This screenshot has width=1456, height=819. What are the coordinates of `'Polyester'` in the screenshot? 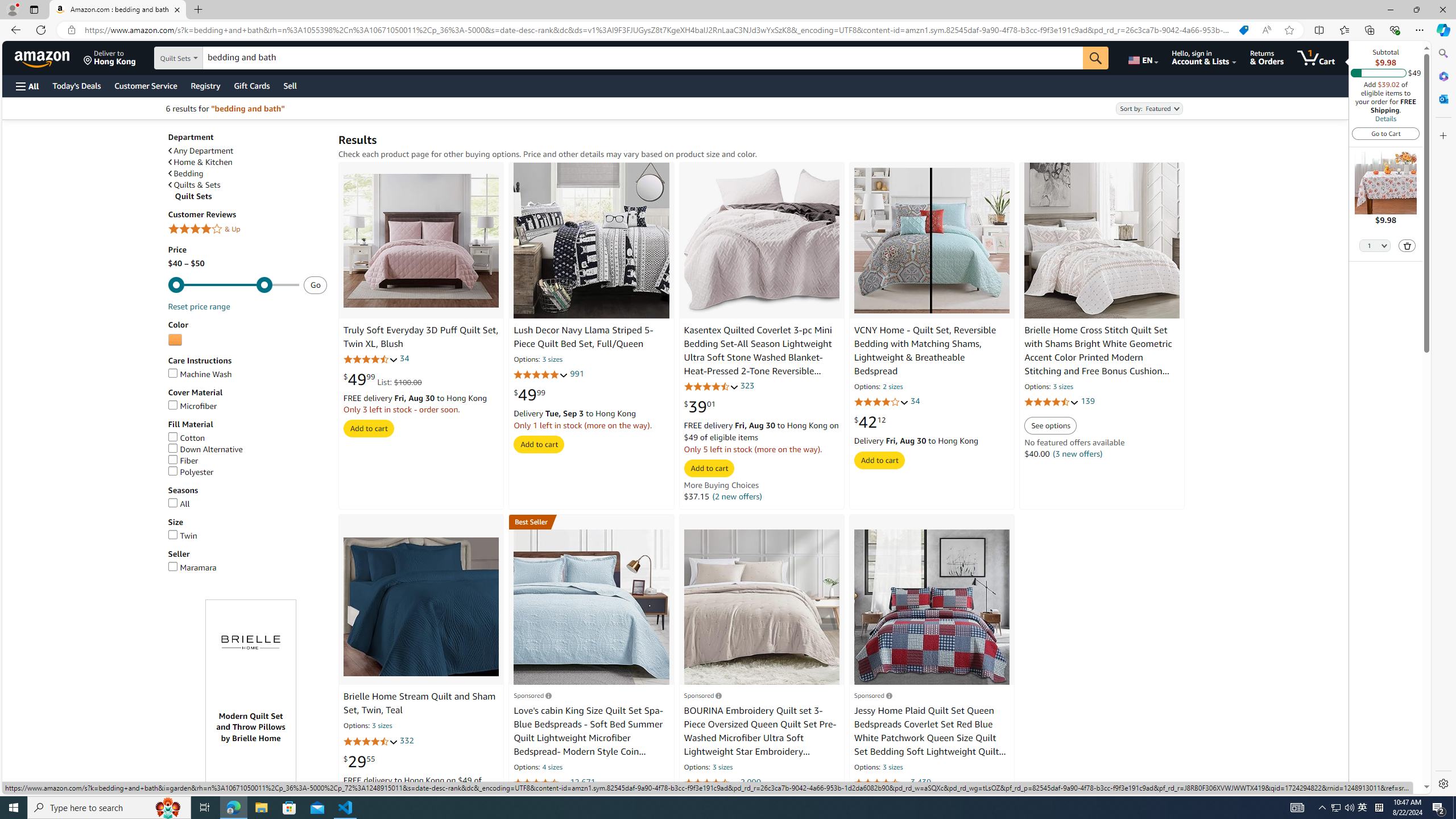 It's located at (247, 472).